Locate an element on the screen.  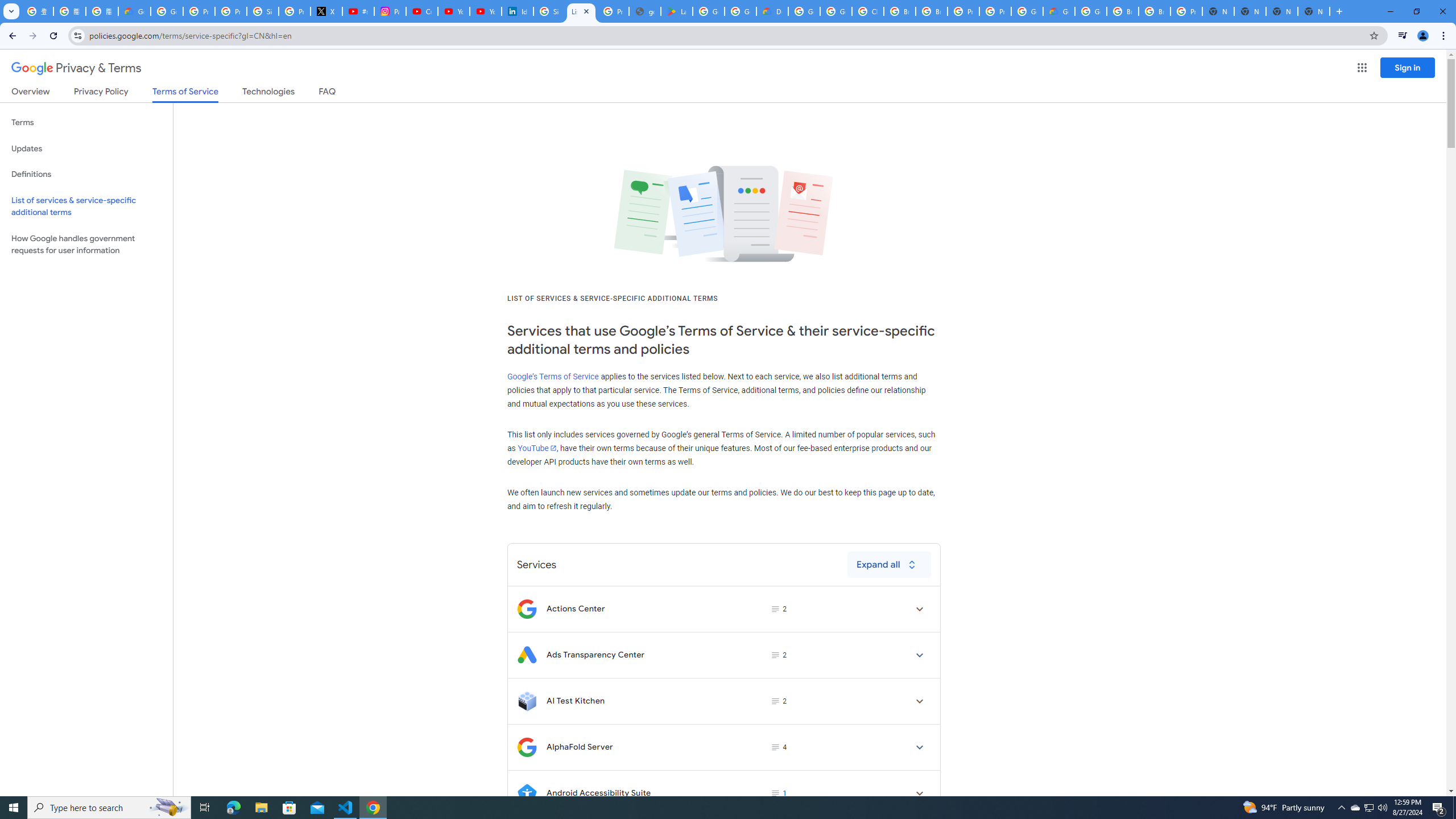
'Privacy Help Center - Policies Help' is located at coordinates (230, 11).